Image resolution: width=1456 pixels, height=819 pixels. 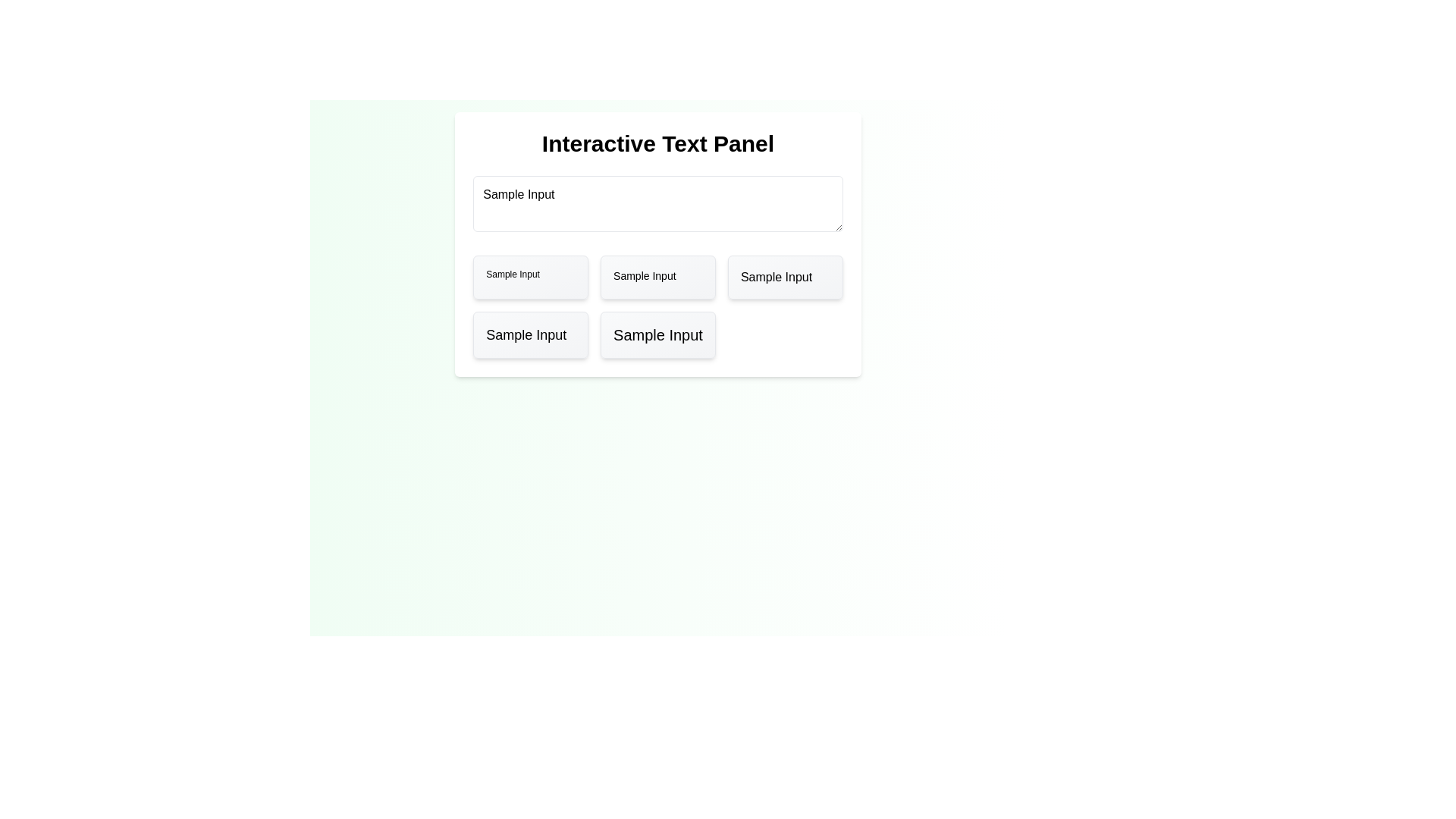 I want to click on the informational panel displaying 'Sample Input', located in the second row and second column of the grid layout, directly below the 'Interactive Text Panel', so click(x=658, y=278).